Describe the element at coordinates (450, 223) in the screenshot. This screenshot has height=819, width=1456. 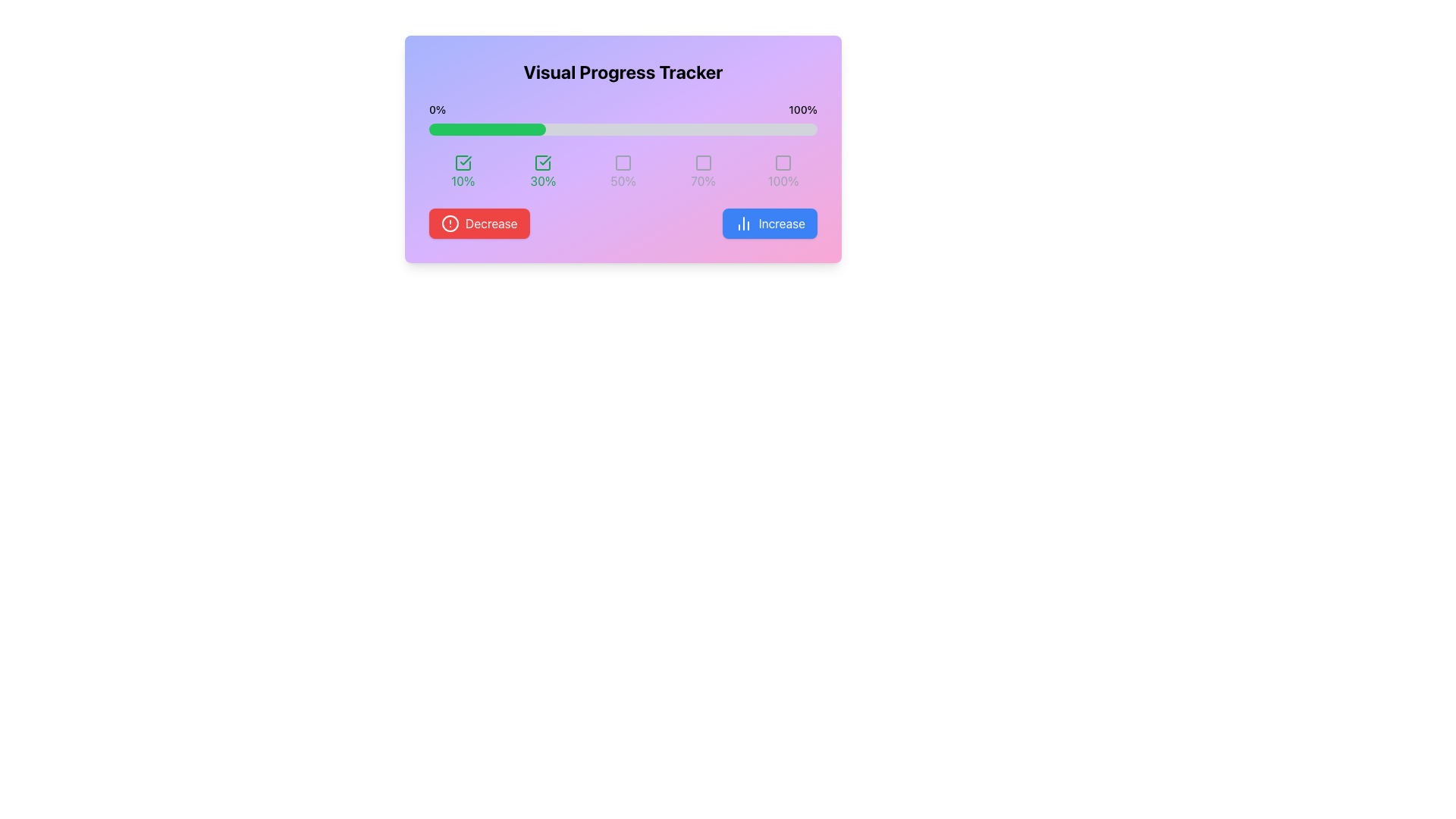
I see `the circular SVG graphic element that represents an alert, located near the bottom left of the interface` at that location.